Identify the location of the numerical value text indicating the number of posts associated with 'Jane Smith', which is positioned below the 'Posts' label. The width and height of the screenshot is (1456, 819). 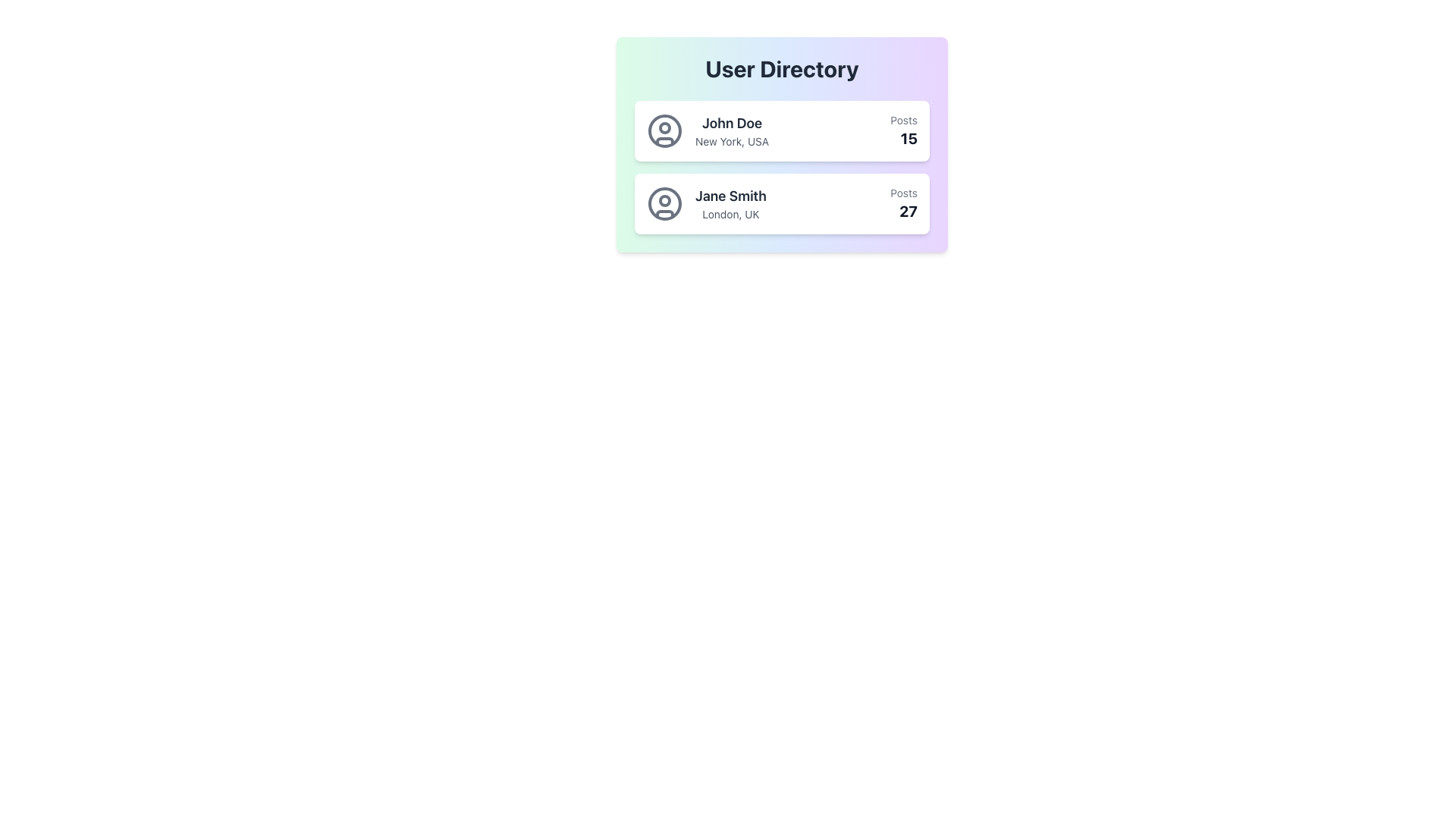
(904, 211).